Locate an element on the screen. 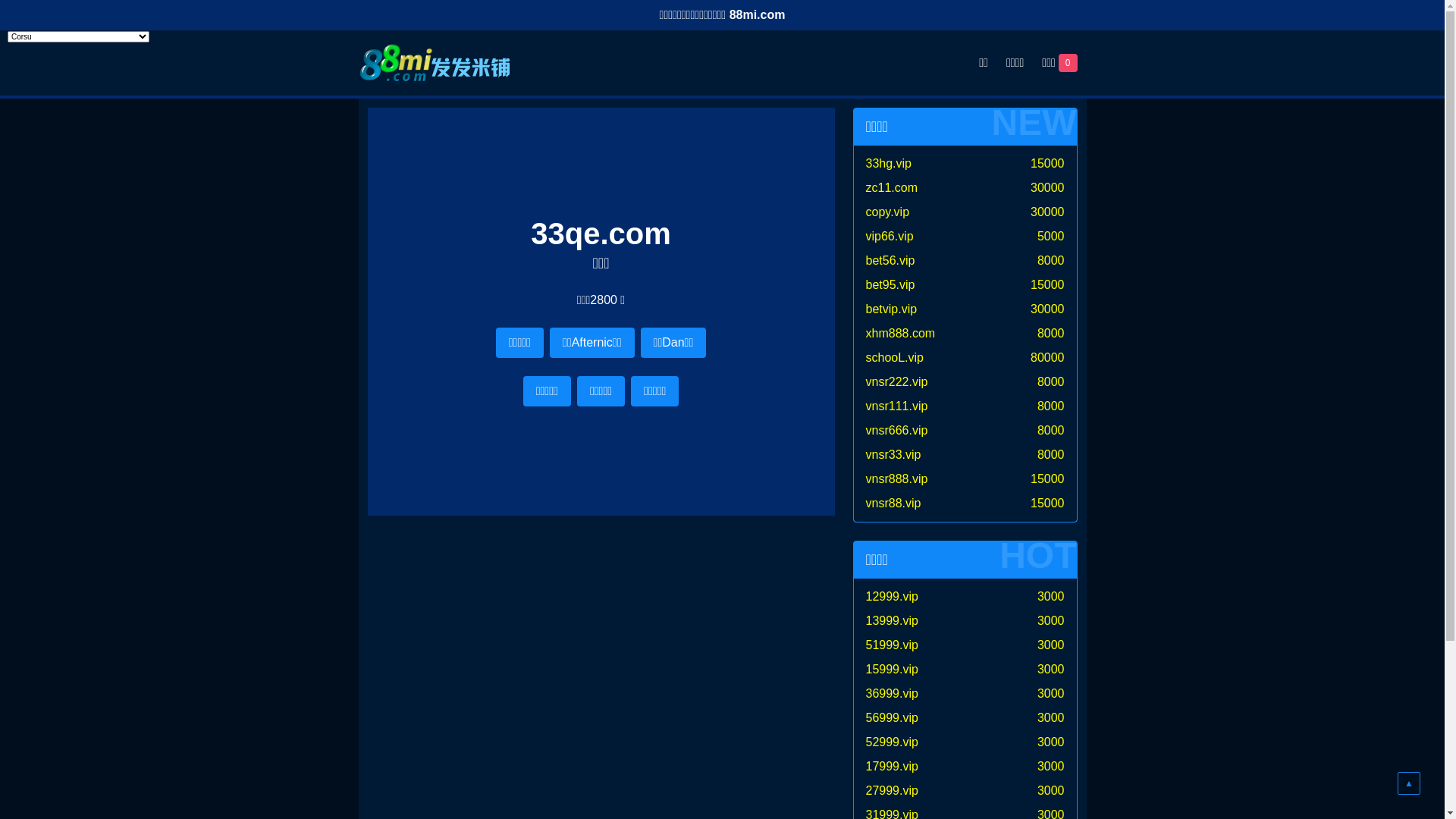 Image resolution: width=1456 pixels, height=819 pixels. '51999.vip' is located at coordinates (866, 645).